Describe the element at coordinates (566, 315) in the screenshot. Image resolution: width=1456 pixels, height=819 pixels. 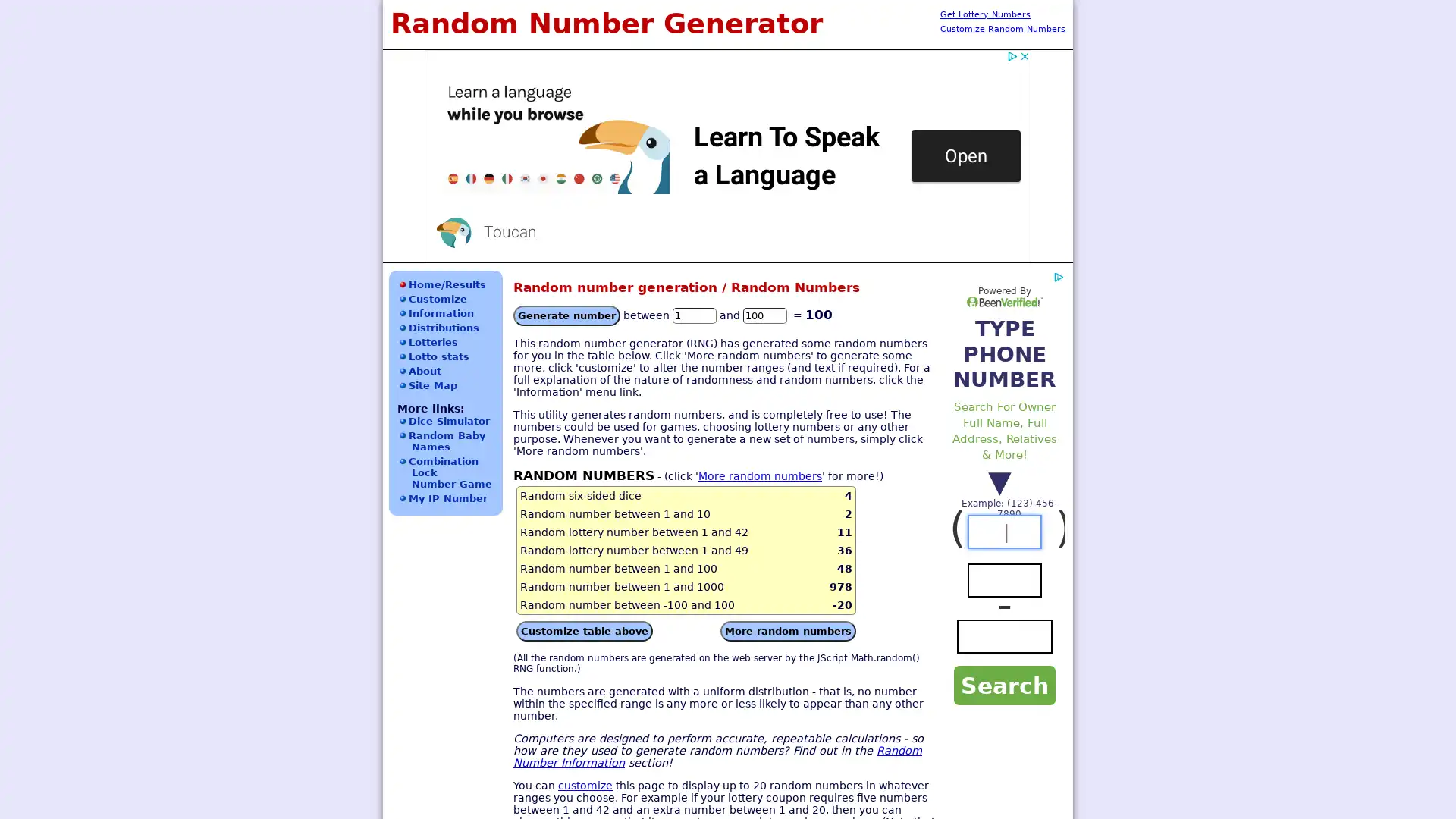
I see `Generate number` at that location.